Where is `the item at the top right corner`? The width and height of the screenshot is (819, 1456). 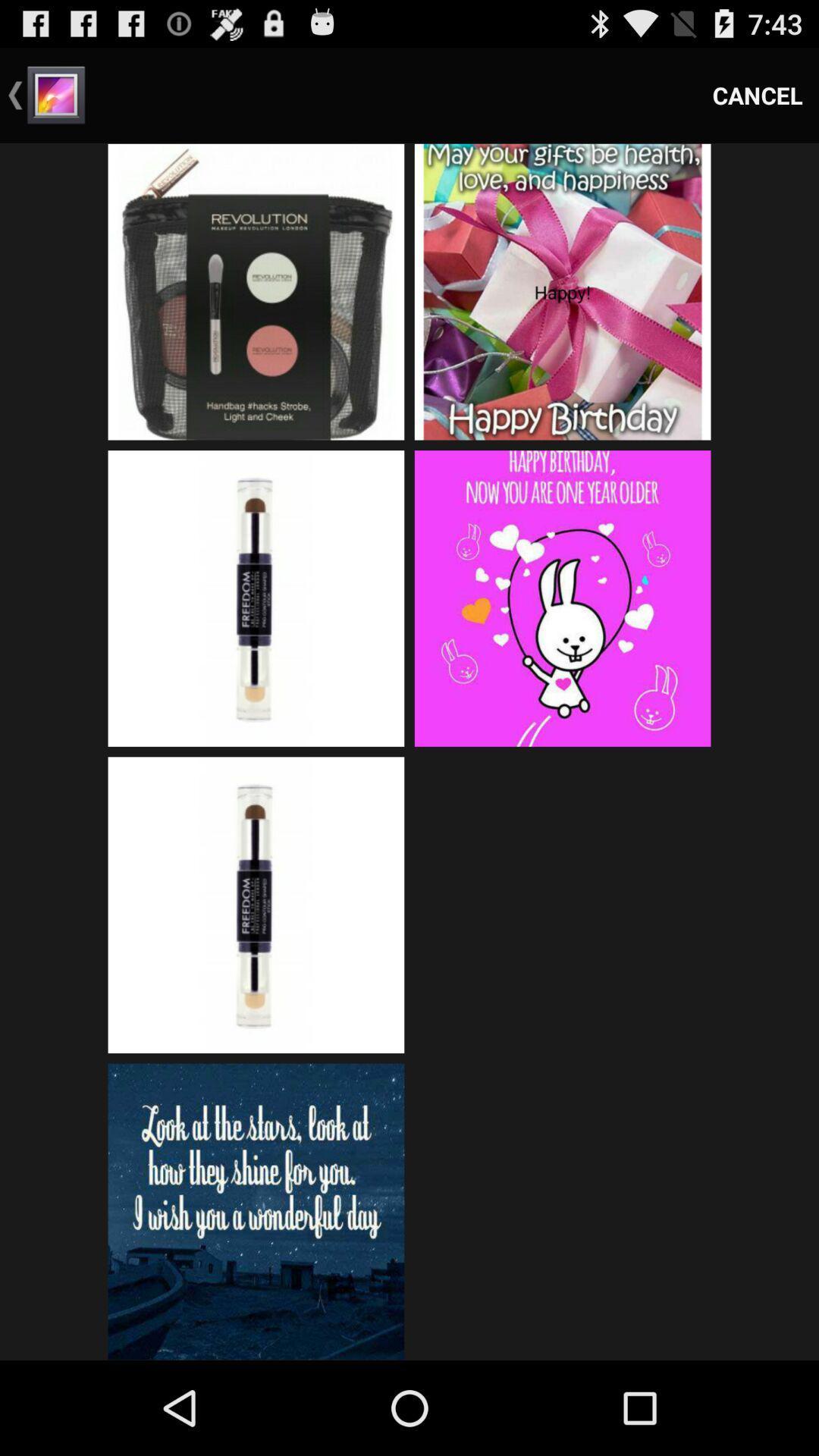 the item at the top right corner is located at coordinates (758, 94).